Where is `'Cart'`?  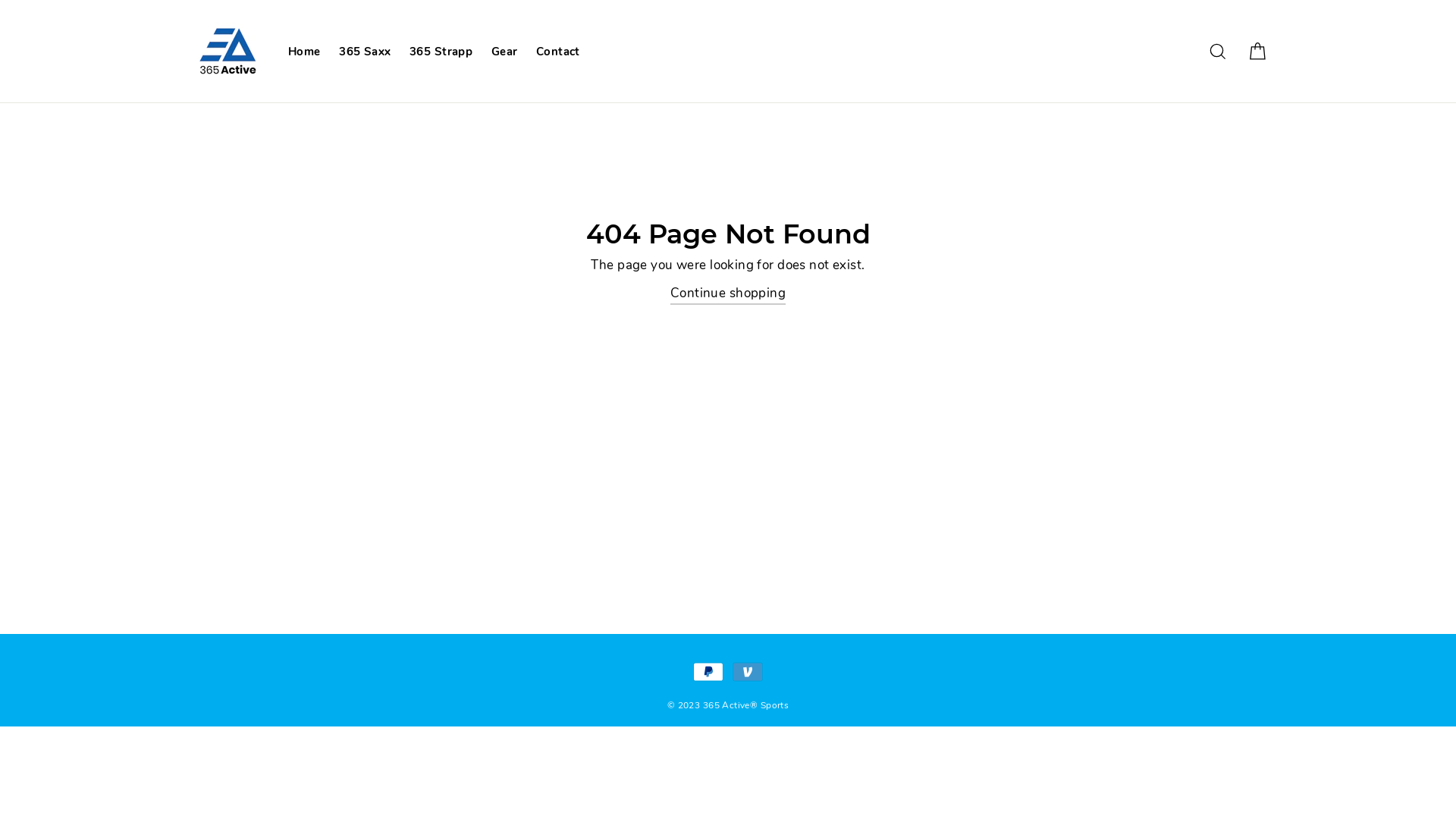 'Cart' is located at coordinates (1257, 50).